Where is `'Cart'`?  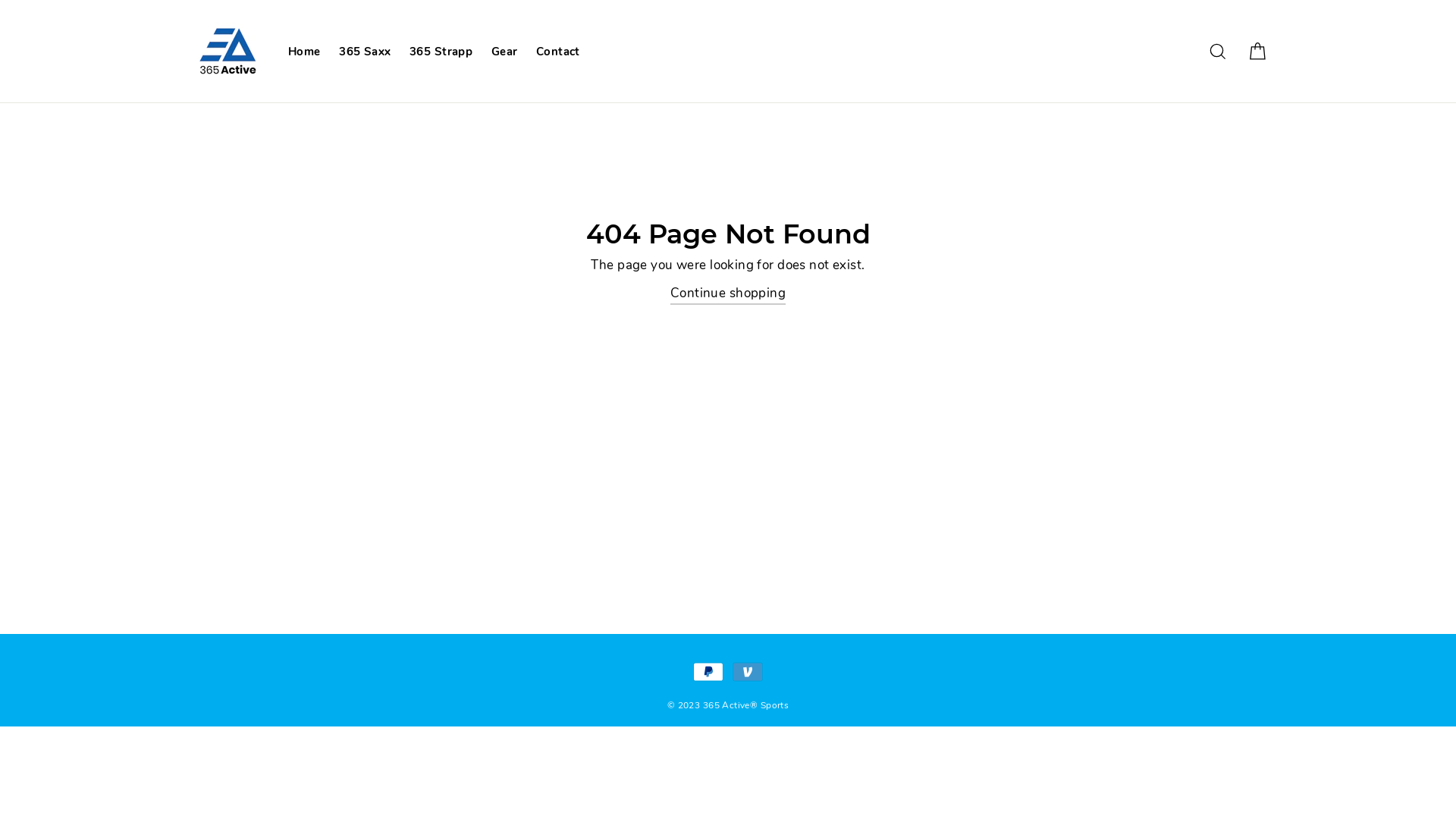 'Cart' is located at coordinates (1257, 50).